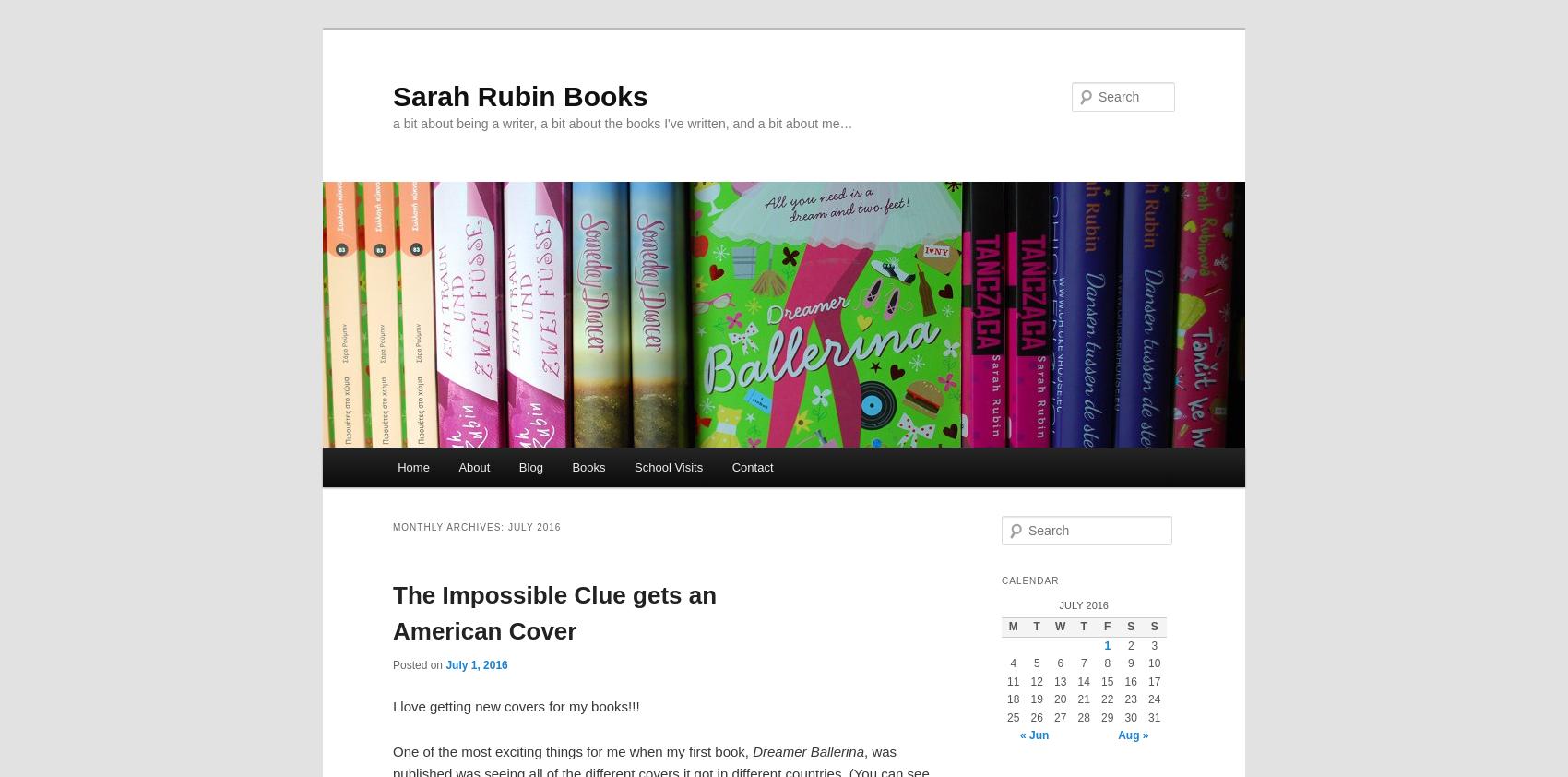 Image resolution: width=1568 pixels, height=777 pixels. I want to click on '18', so click(1013, 699).